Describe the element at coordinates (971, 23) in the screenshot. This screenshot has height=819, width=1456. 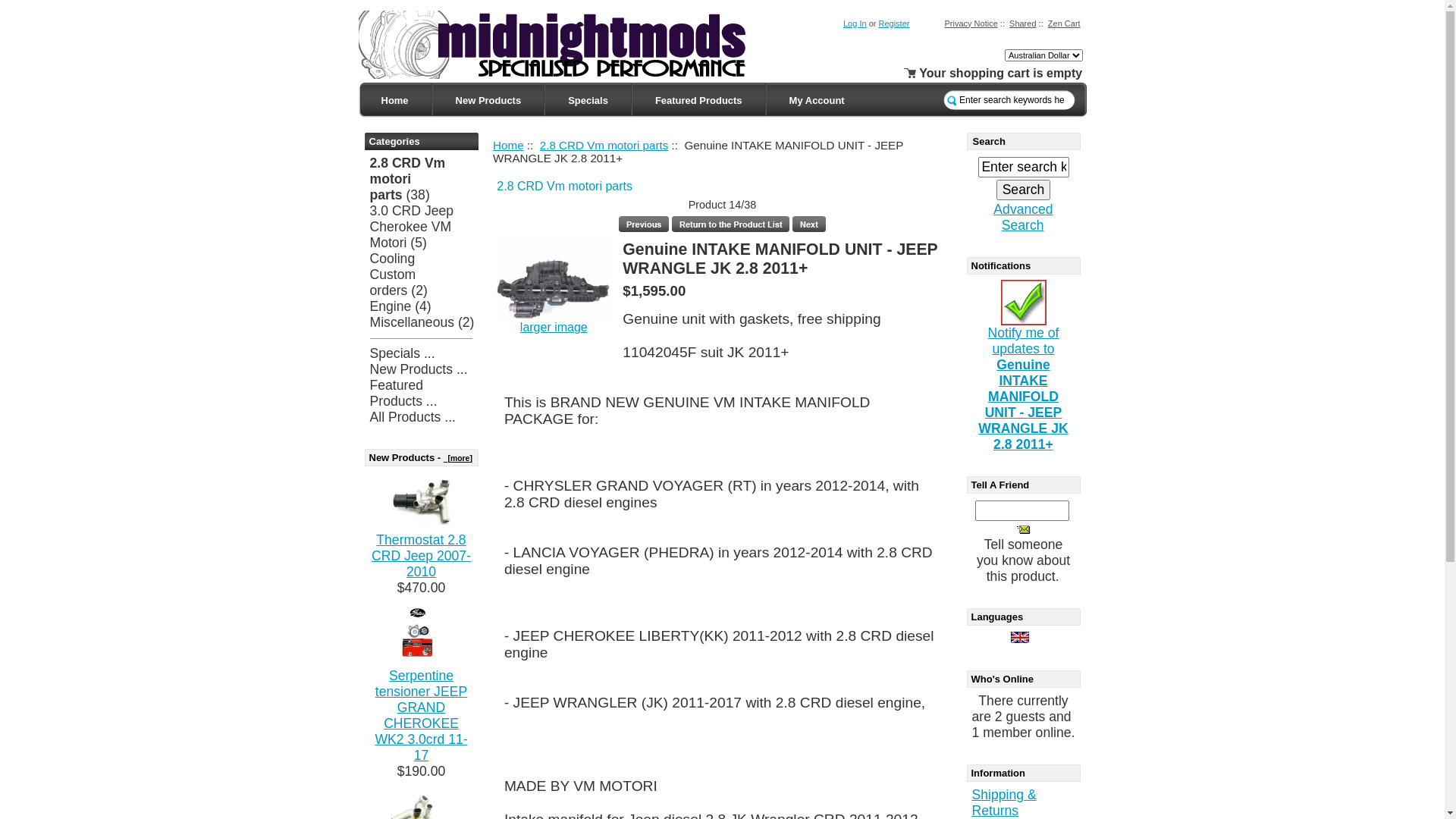
I see `'Privacy Notice'` at that location.